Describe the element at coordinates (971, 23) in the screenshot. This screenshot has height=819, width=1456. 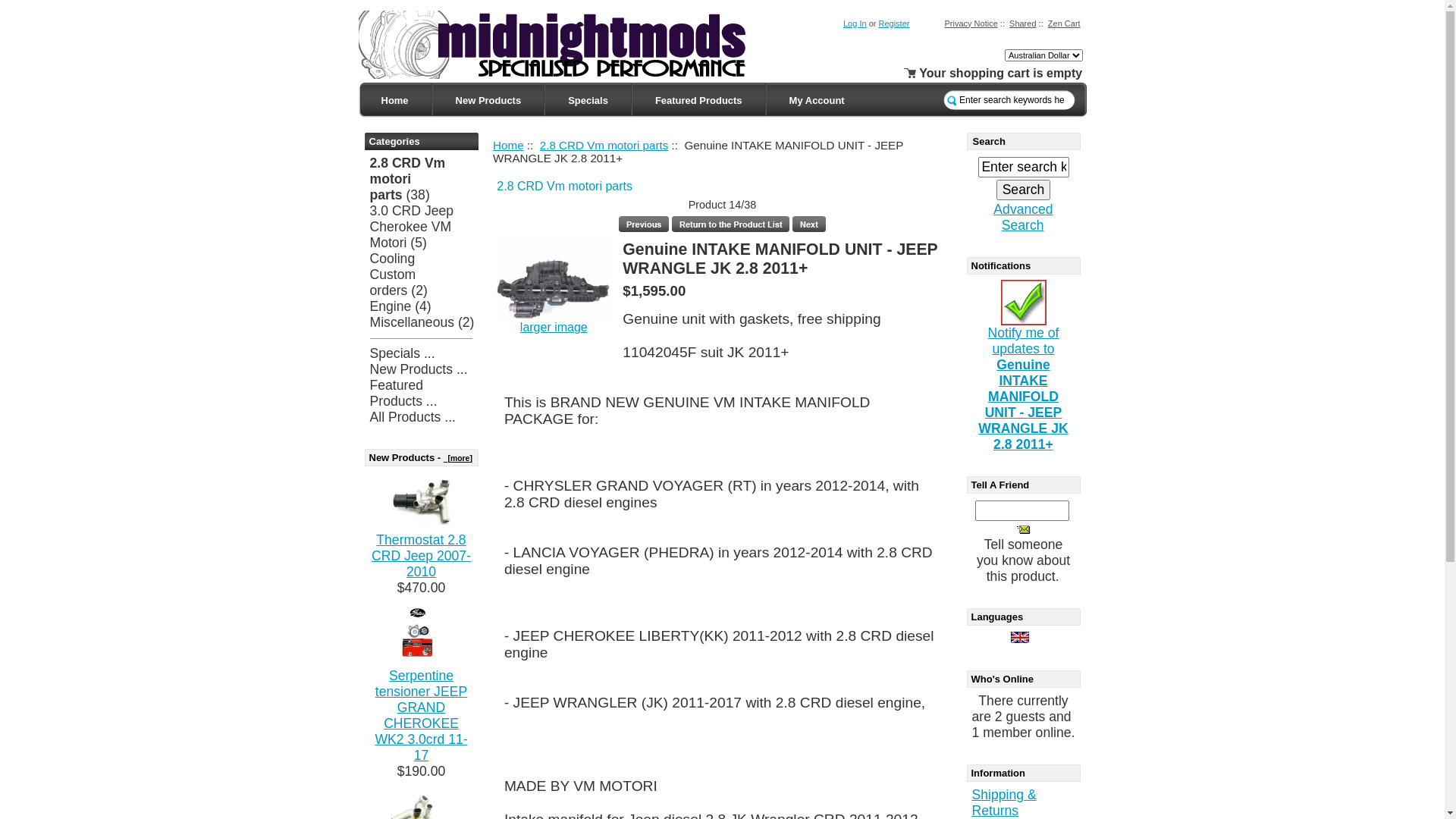
I see `'Privacy Notice'` at that location.